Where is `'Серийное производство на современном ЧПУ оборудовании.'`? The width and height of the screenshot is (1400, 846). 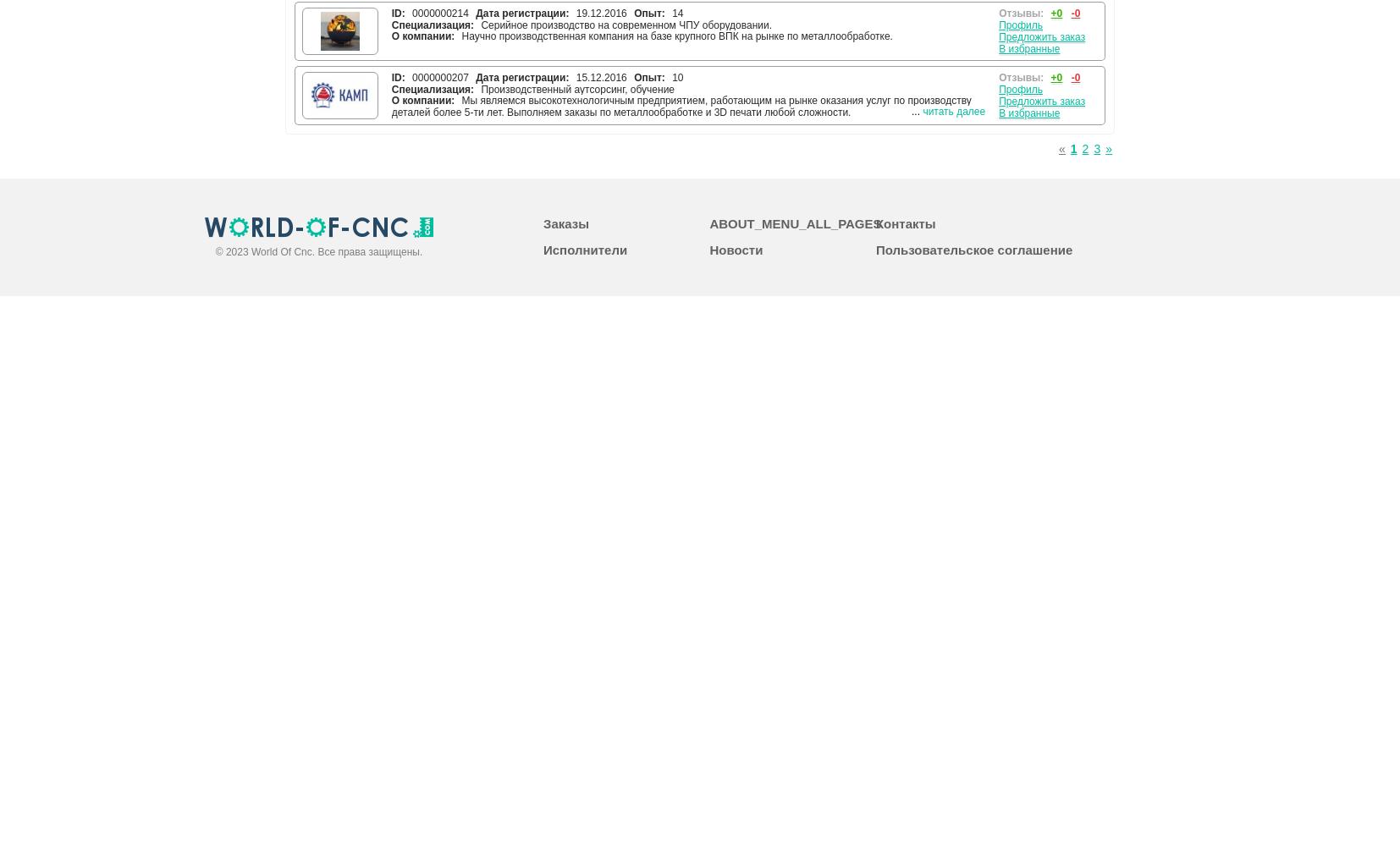 'Серийное производство на современном ЧПУ оборудовании.' is located at coordinates (626, 25).